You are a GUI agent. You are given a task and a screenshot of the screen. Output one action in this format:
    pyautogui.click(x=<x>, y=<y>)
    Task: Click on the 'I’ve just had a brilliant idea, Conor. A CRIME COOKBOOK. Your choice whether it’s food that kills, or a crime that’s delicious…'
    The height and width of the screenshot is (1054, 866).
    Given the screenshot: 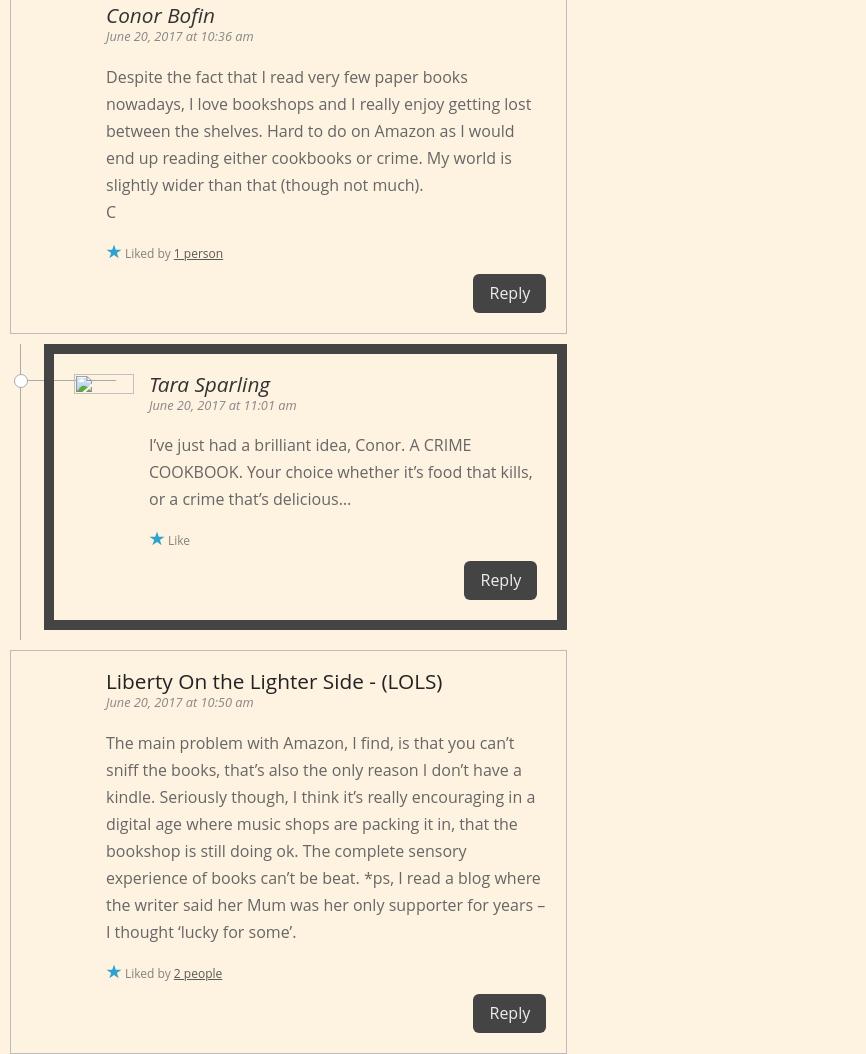 What is the action you would take?
    pyautogui.click(x=339, y=471)
    